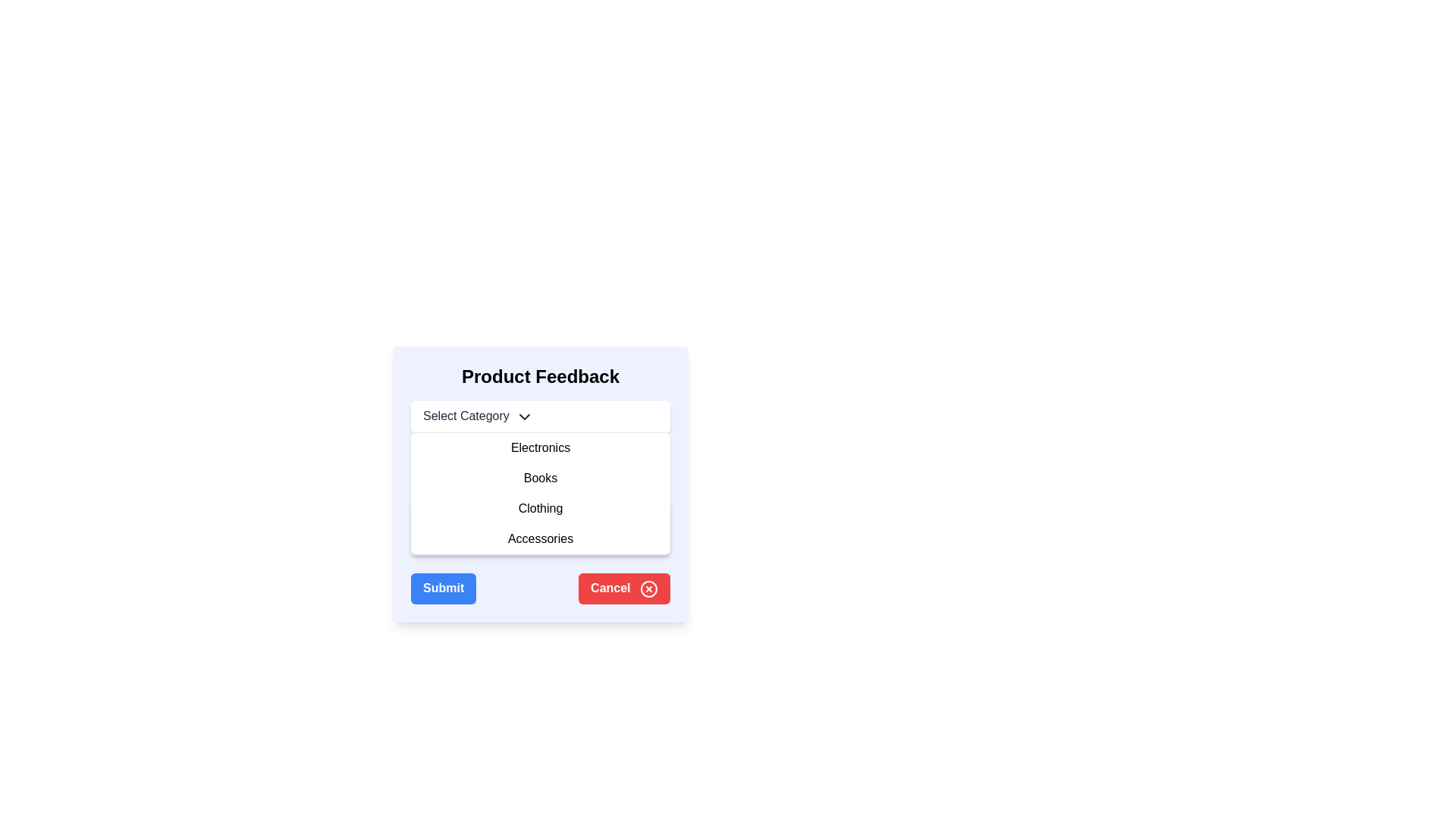 The image size is (1456, 819). What do you see at coordinates (541, 476) in the screenshot?
I see `the 'Books' dropdown menu option` at bounding box center [541, 476].